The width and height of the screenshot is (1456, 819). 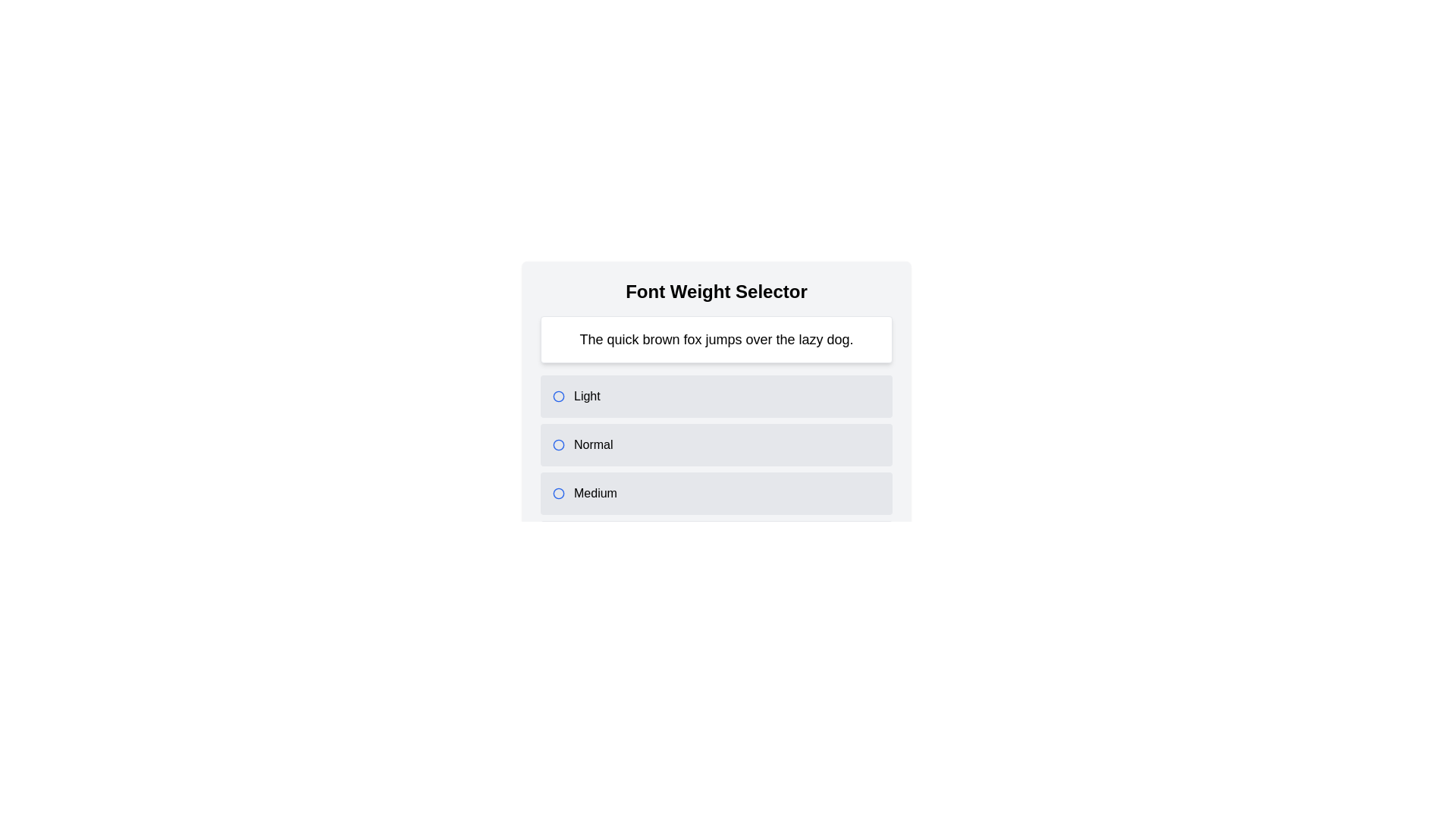 What do you see at coordinates (592, 444) in the screenshot?
I see `text of the label indicating the font weight option, which is the second option in the selectable group between 'Light' and 'Medium'` at bounding box center [592, 444].